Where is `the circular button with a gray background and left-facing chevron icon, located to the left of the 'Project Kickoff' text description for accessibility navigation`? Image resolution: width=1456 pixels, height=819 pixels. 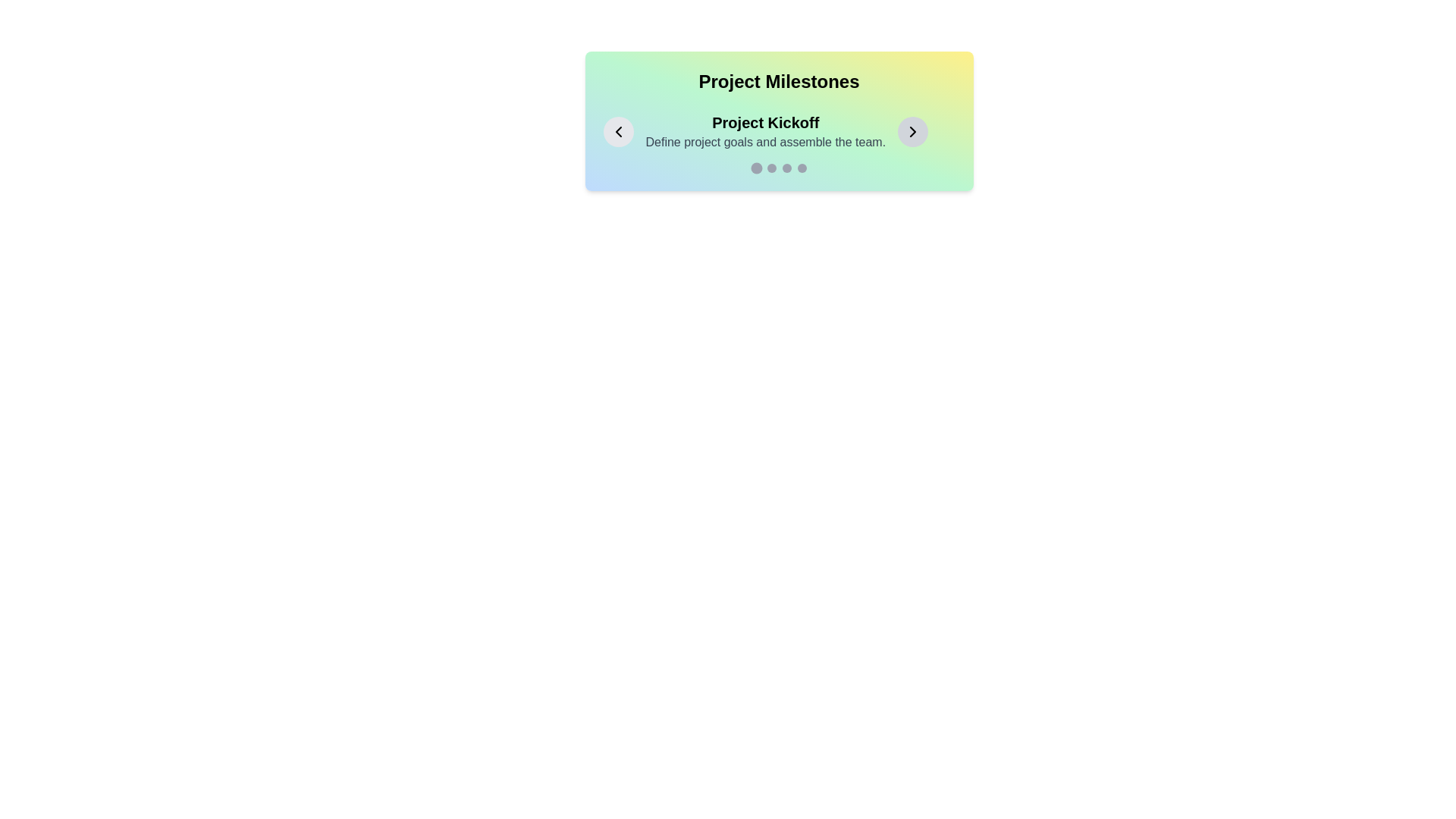 the circular button with a gray background and left-facing chevron icon, located to the left of the 'Project Kickoff' text description for accessibility navigation is located at coordinates (618, 130).